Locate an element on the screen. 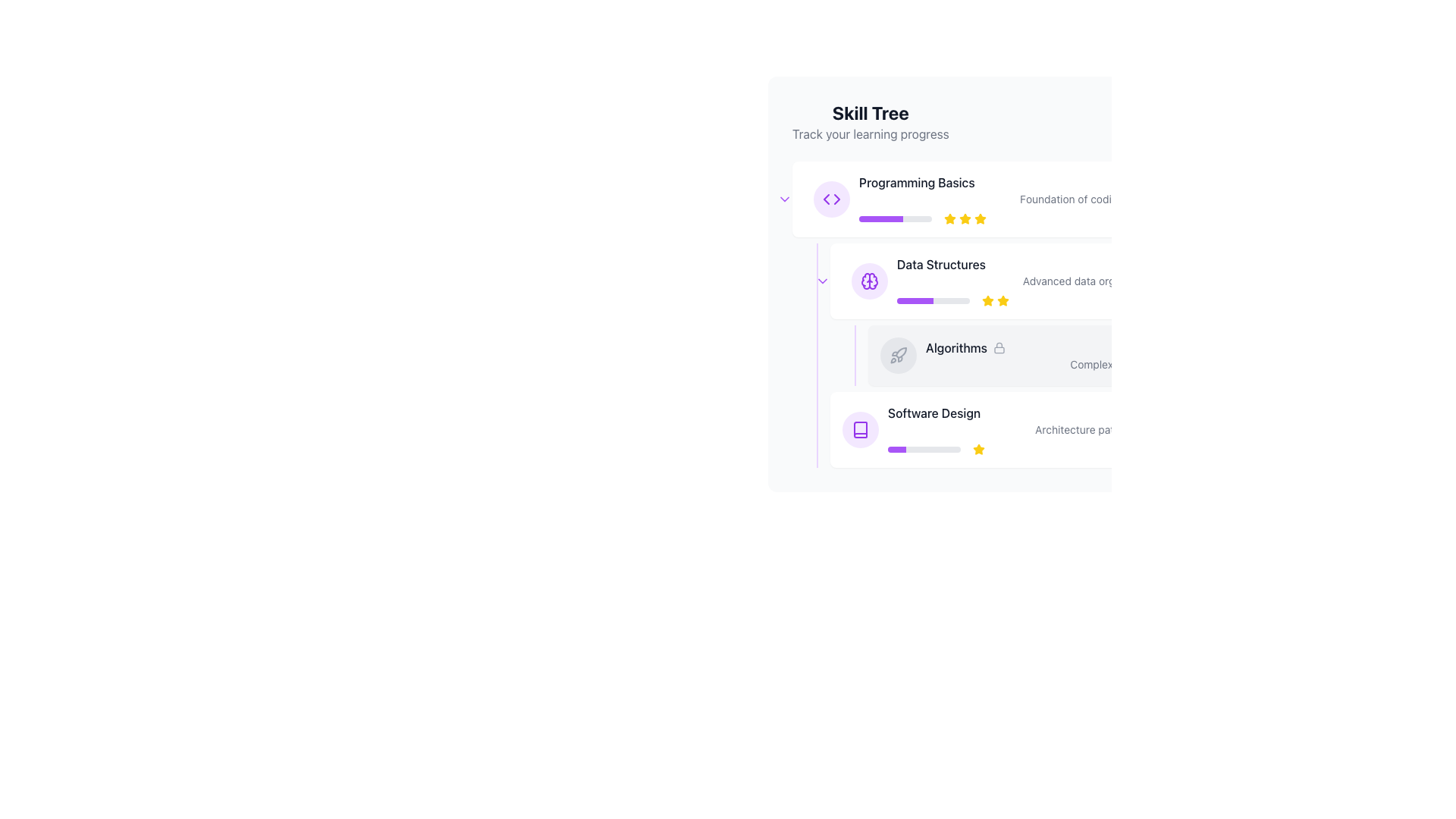 The image size is (1456, 819). text label element that displays 'Architecture patterns', which provides additional context below the title 'Software Design' is located at coordinates (1086, 430).